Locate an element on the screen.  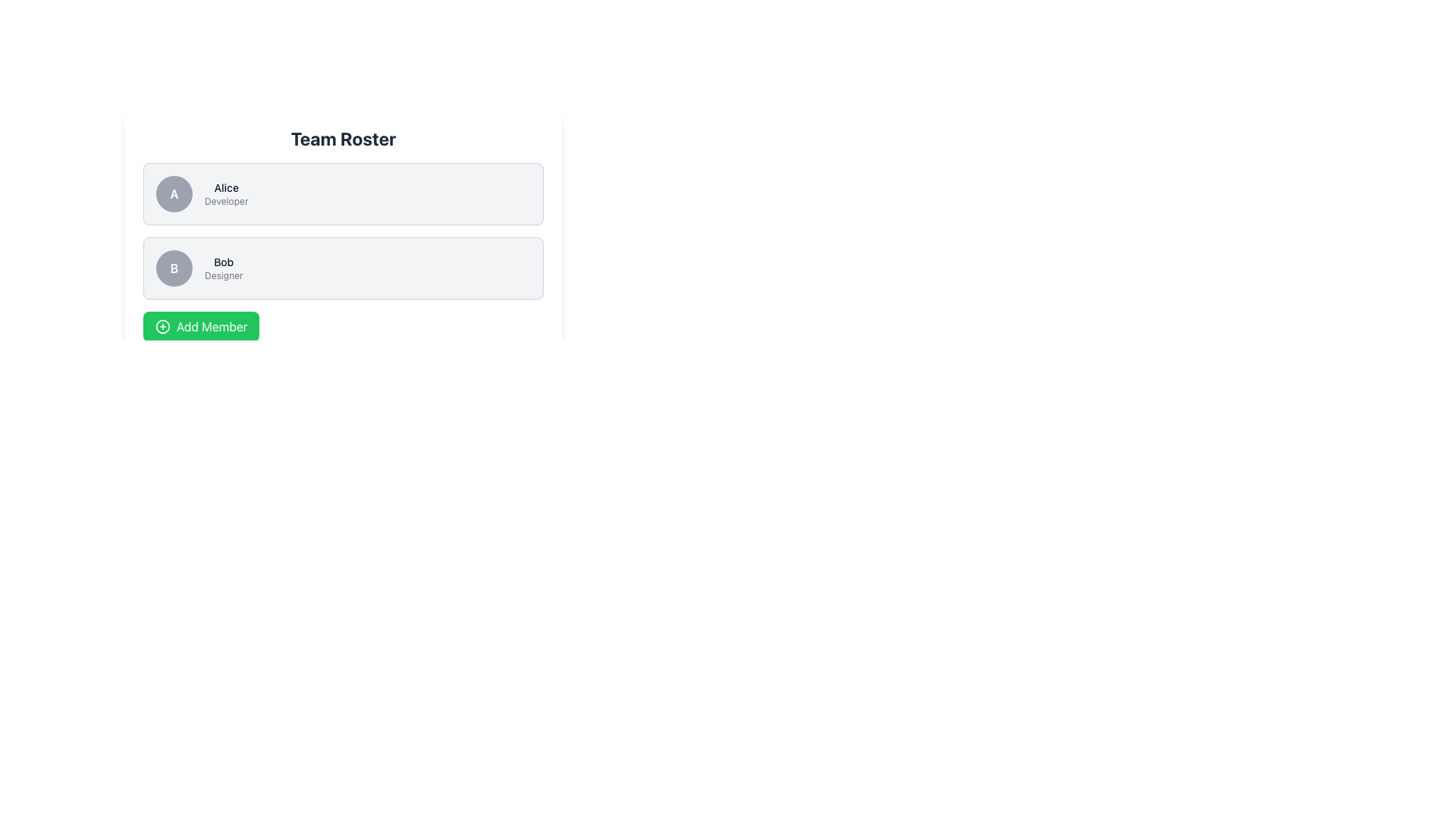
the Profile card for 'Bob', which is the second card in the 'Team Roster' list, featuring a circular avatar with 'B', bold name 'Bob', and title 'Designer' is located at coordinates (342, 268).